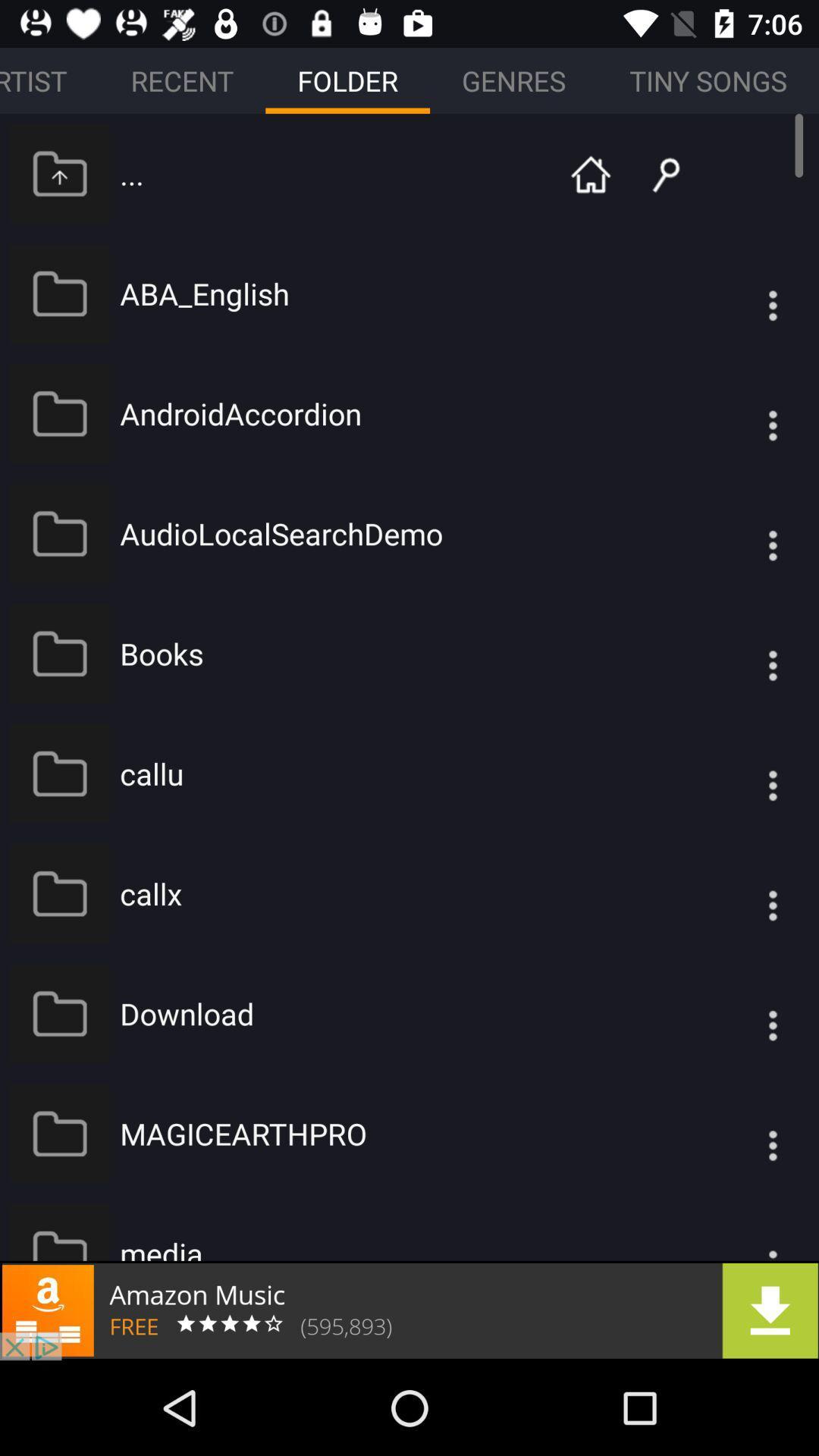 The image size is (819, 1456). I want to click on announcement, so click(409, 1310).